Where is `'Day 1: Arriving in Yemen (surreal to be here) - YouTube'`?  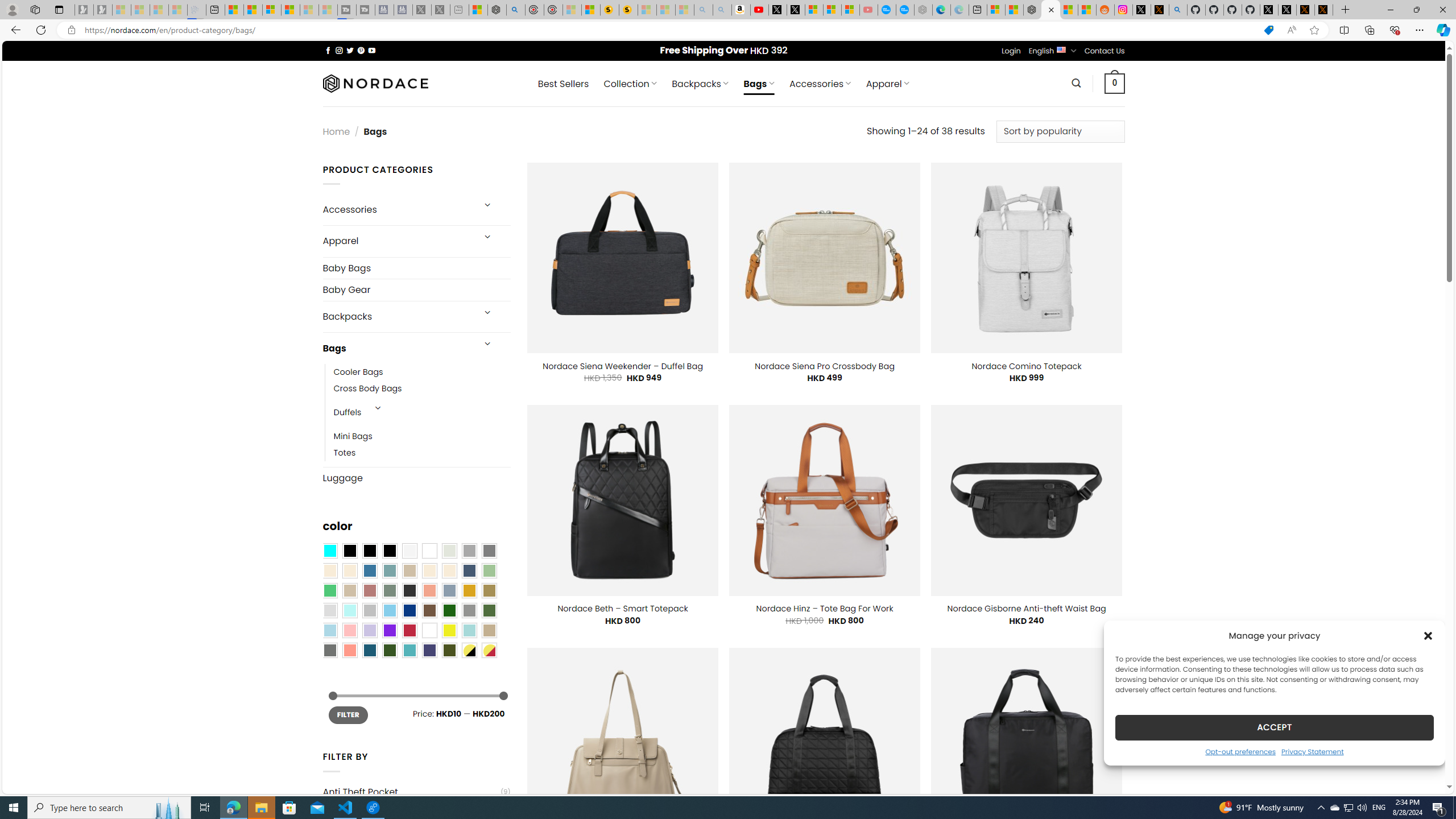
'Day 1: Arriving in Yemen (surreal to be here) - YouTube' is located at coordinates (759, 9).